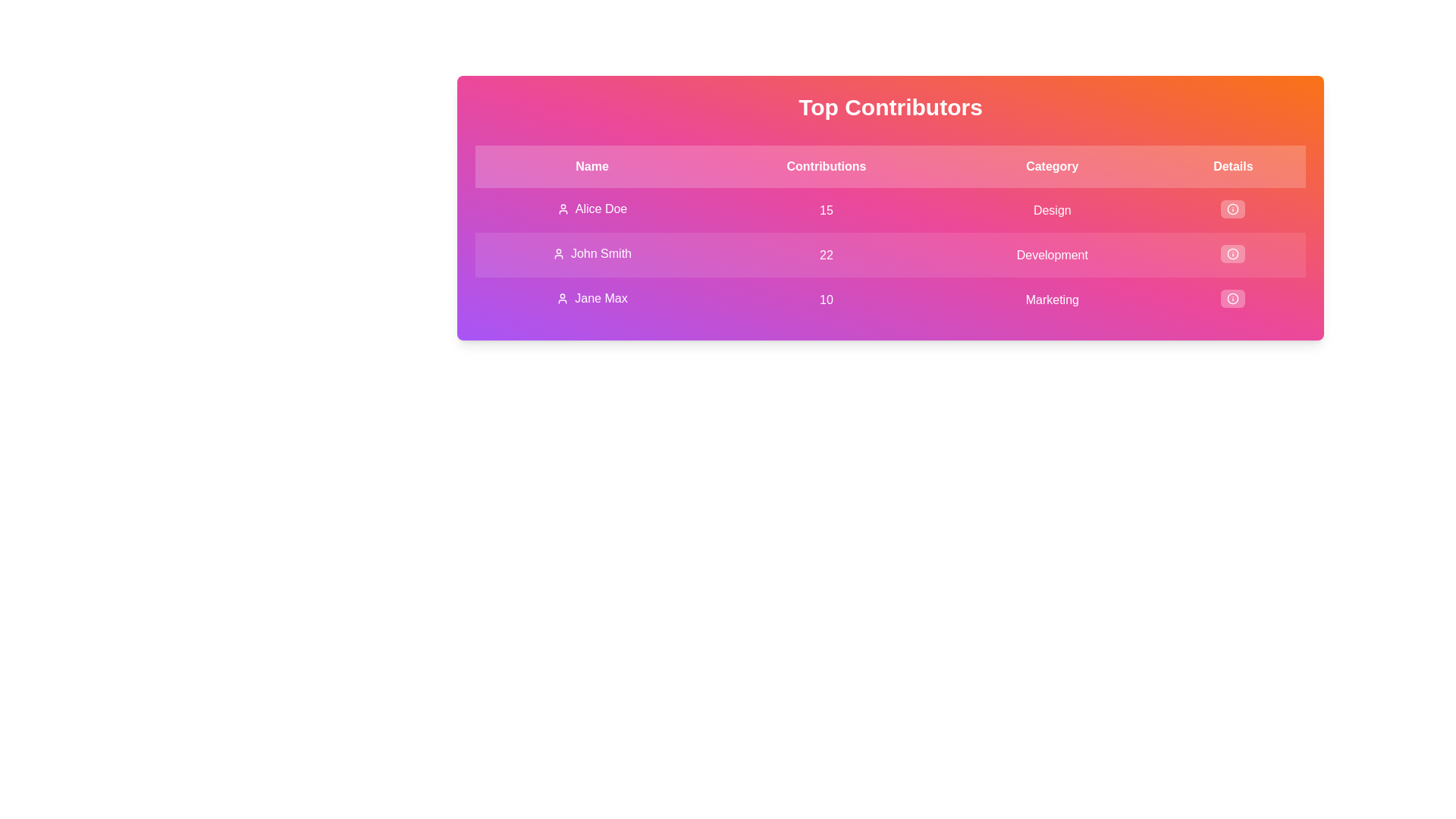  What do you see at coordinates (1051, 210) in the screenshot?
I see `the text label displaying 'Design' in white font, which is centrally aligned in the first entry of the 'Category' column of the table, adjacent to the '15' in the 'Contributions' column` at bounding box center [1051, 210].